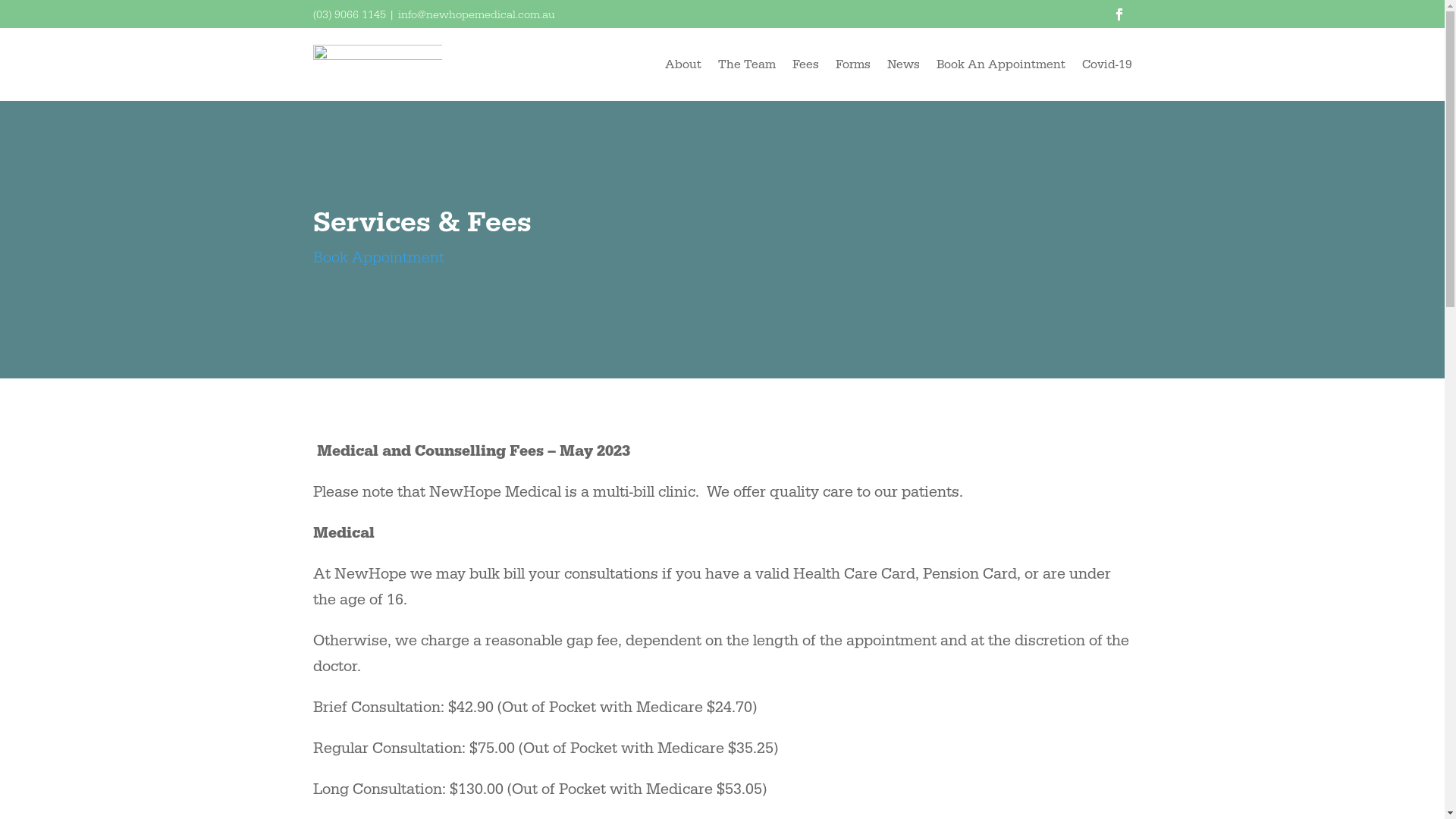 The width and height of the screenshot is (1456, 819). Describe the element at coordinates (804, 63) in the screenshot. I see `'Fees'` at that location.